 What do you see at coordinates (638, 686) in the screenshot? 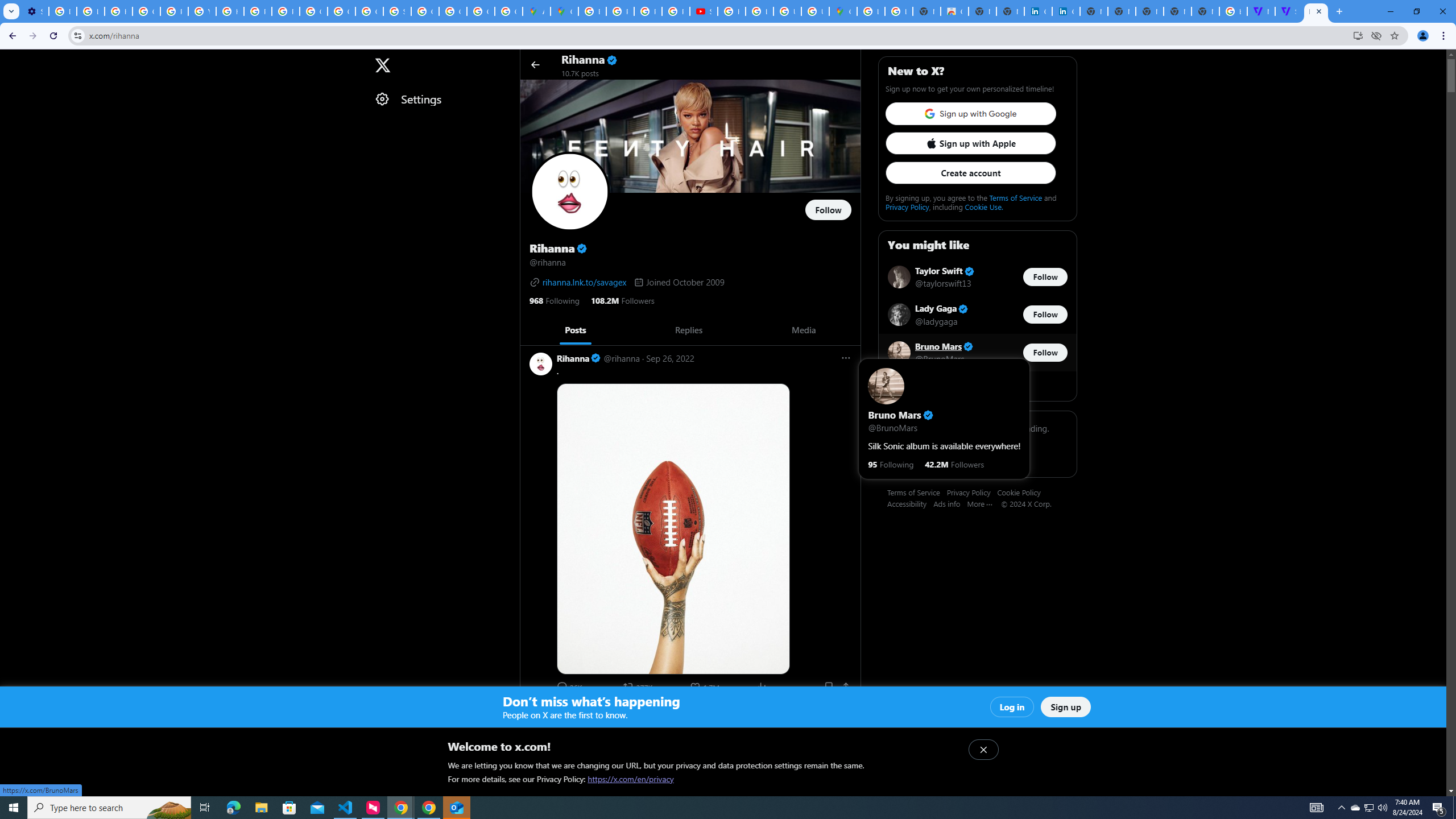
I see `'377632 reposts. Repost'` at bounding box center [638, 686].